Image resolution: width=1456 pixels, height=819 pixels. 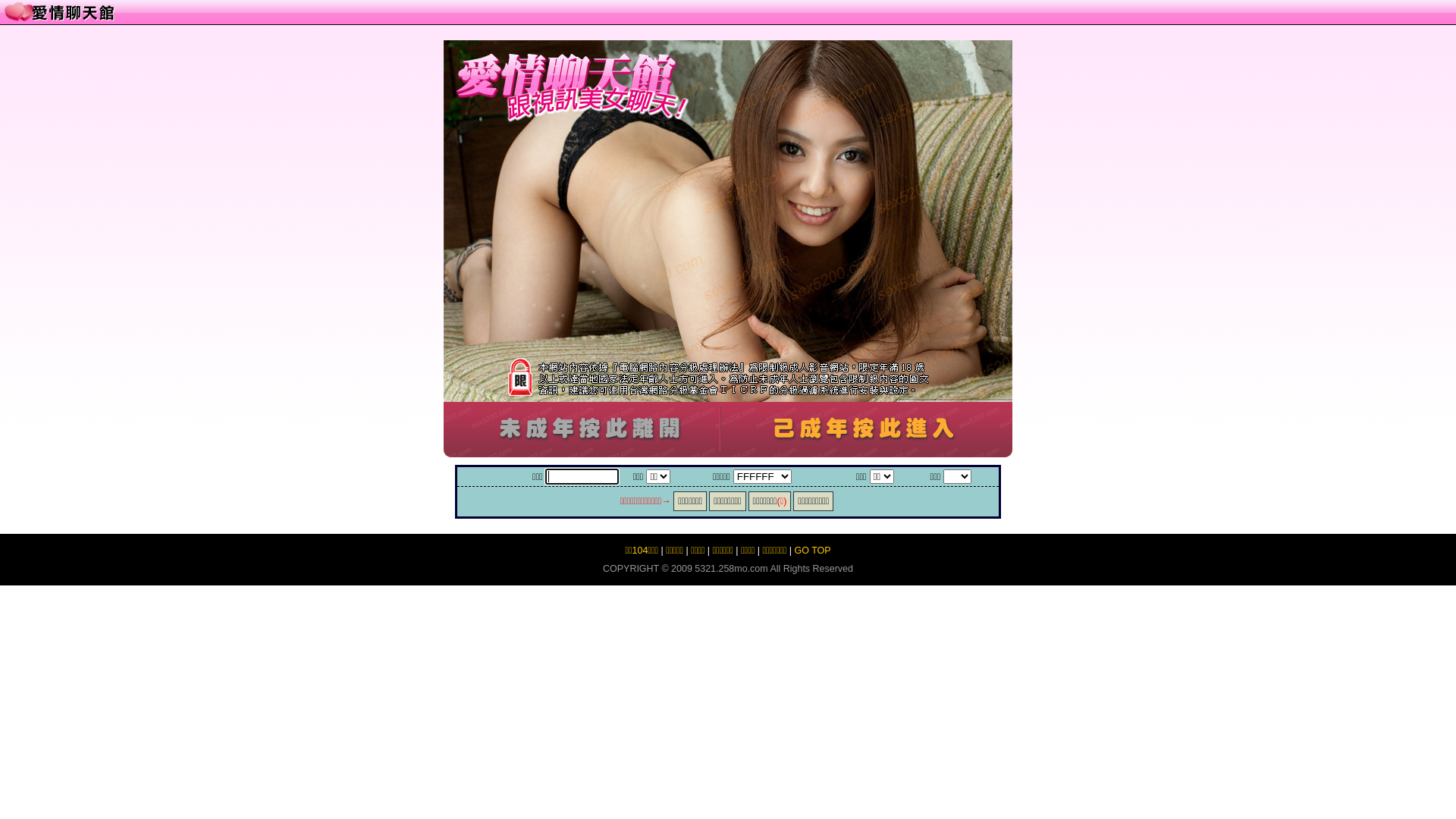 What do you see at coordinates (793, 550) in the screenshot?
I see `'GO TOP'` at bounding box center [793, 550].